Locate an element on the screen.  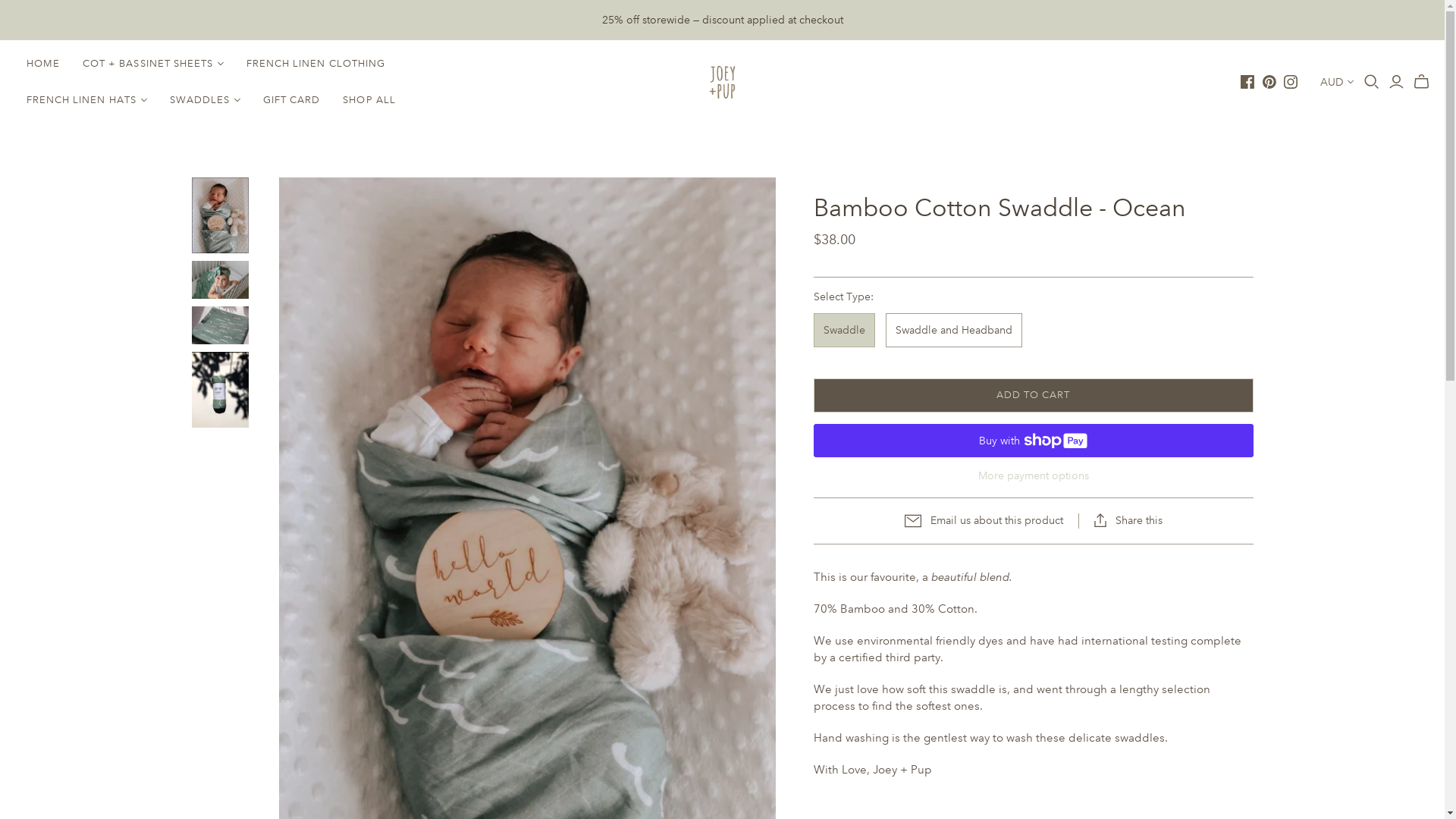
'COT + BASSINET SHEETS' is located at coordinates (71, 63).